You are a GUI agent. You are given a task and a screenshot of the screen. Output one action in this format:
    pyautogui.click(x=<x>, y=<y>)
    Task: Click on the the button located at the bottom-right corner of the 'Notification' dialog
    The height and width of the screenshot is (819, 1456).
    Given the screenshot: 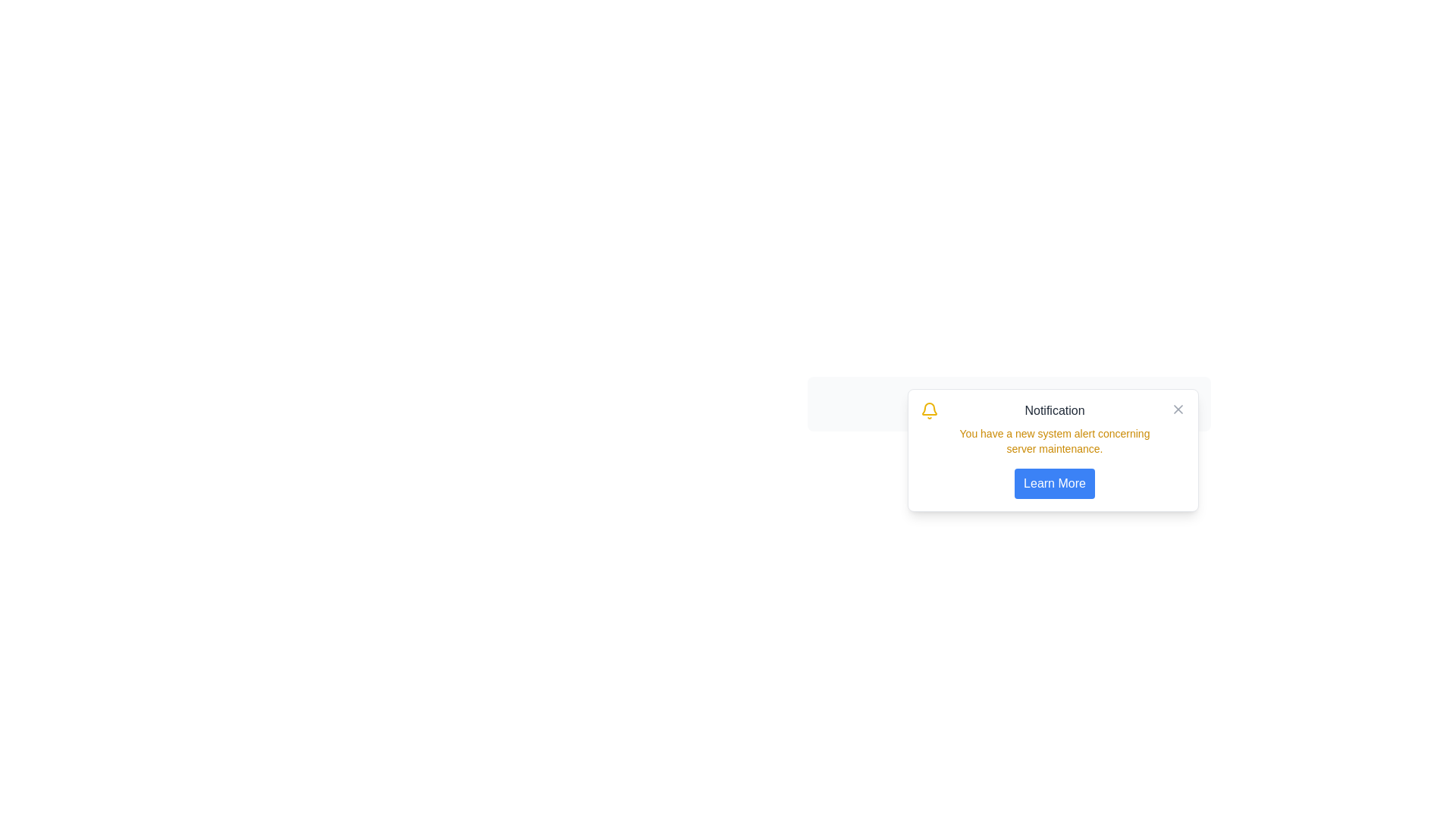 What is the action you would take?
    pyautogui.click(x=1054, y=483)
    